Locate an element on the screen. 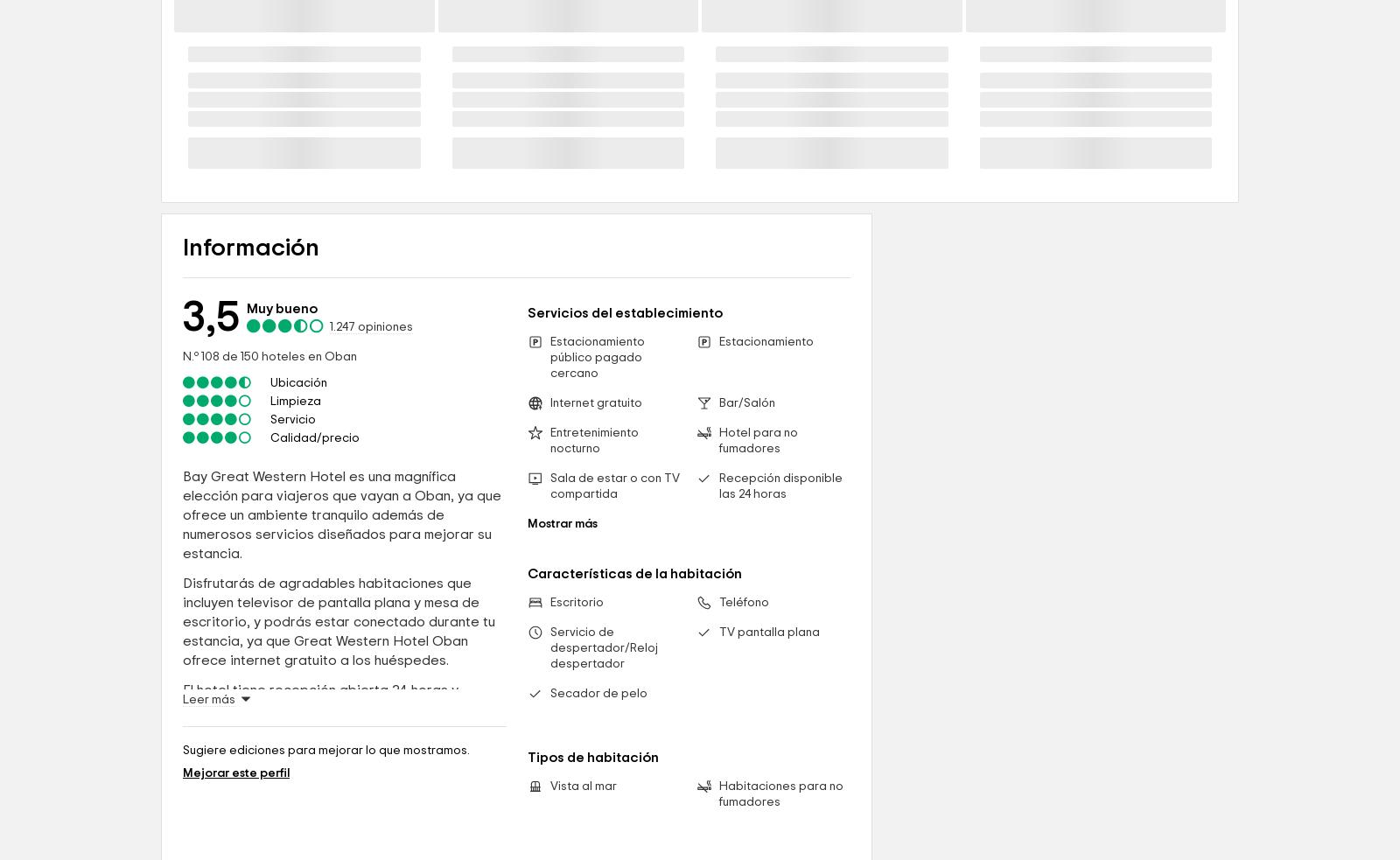 The image size is (1400, 860). 'Secador de pelo' is located at coordinates (598, 844).